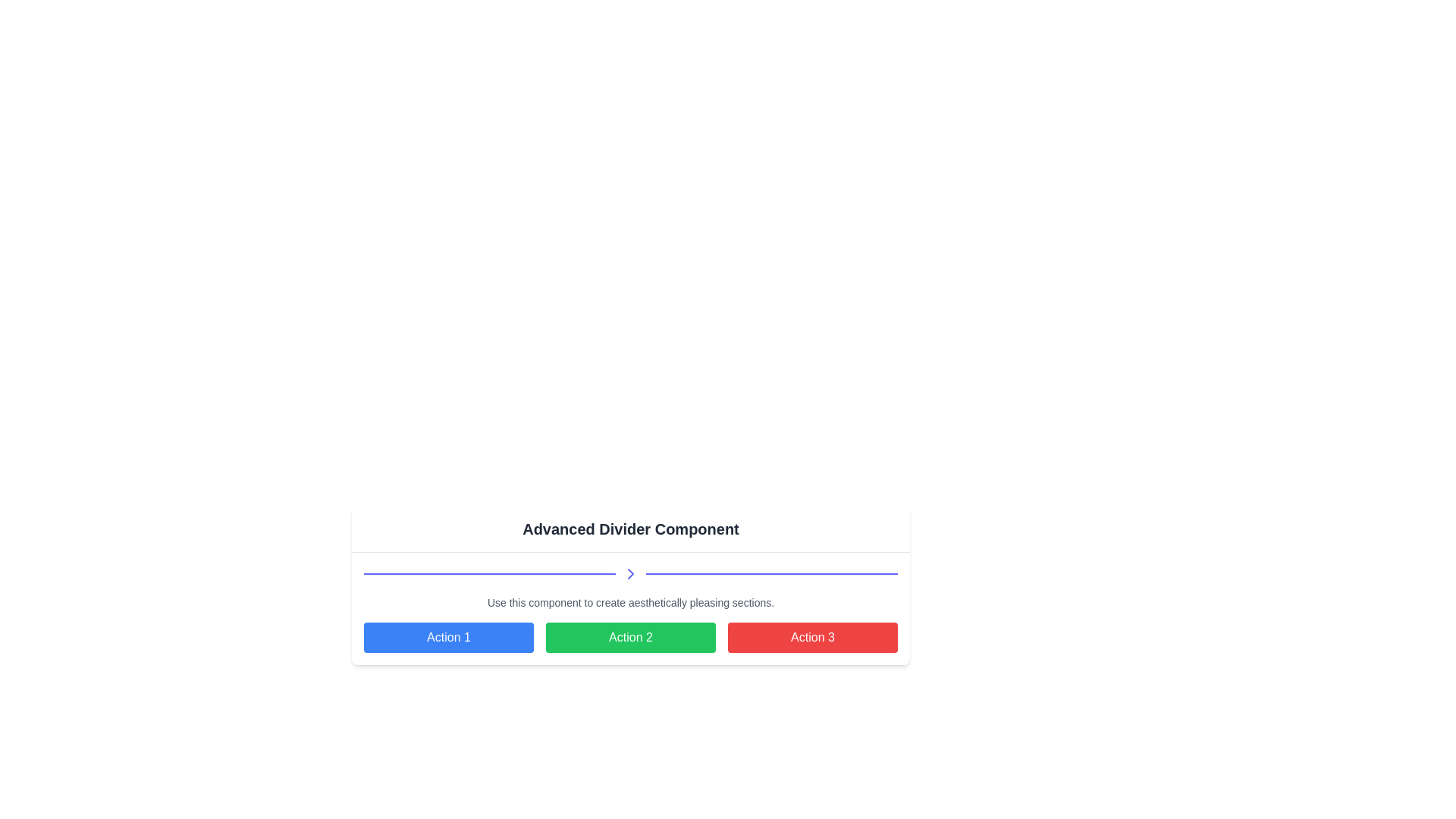 Image resolution: width=1456 pixels, height=819 pixels. I want to click on the blue button labeled 'Action 1', so click(447, 637).